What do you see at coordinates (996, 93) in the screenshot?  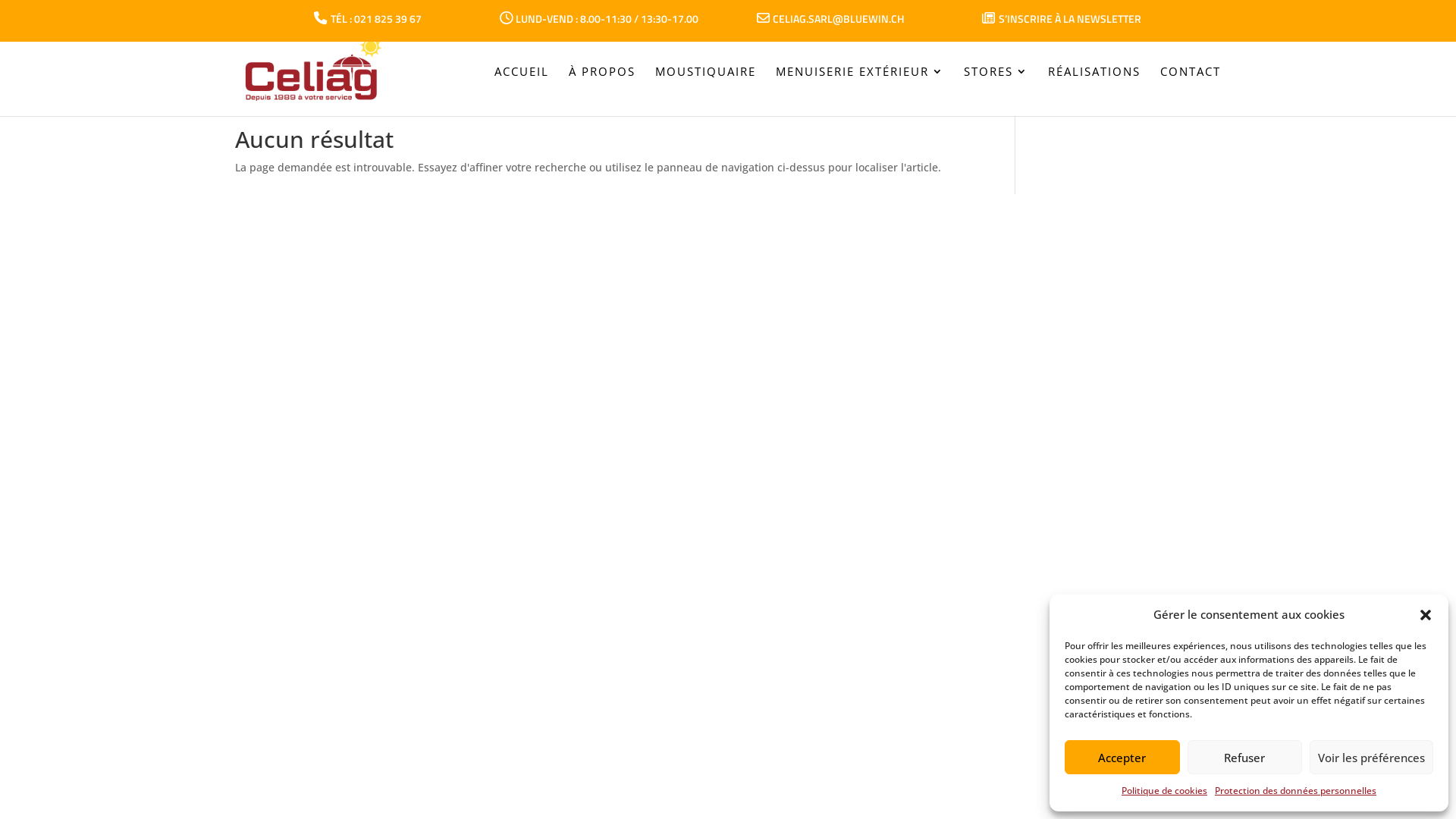 I see `'STORES'` at bounding box center [996, 93].